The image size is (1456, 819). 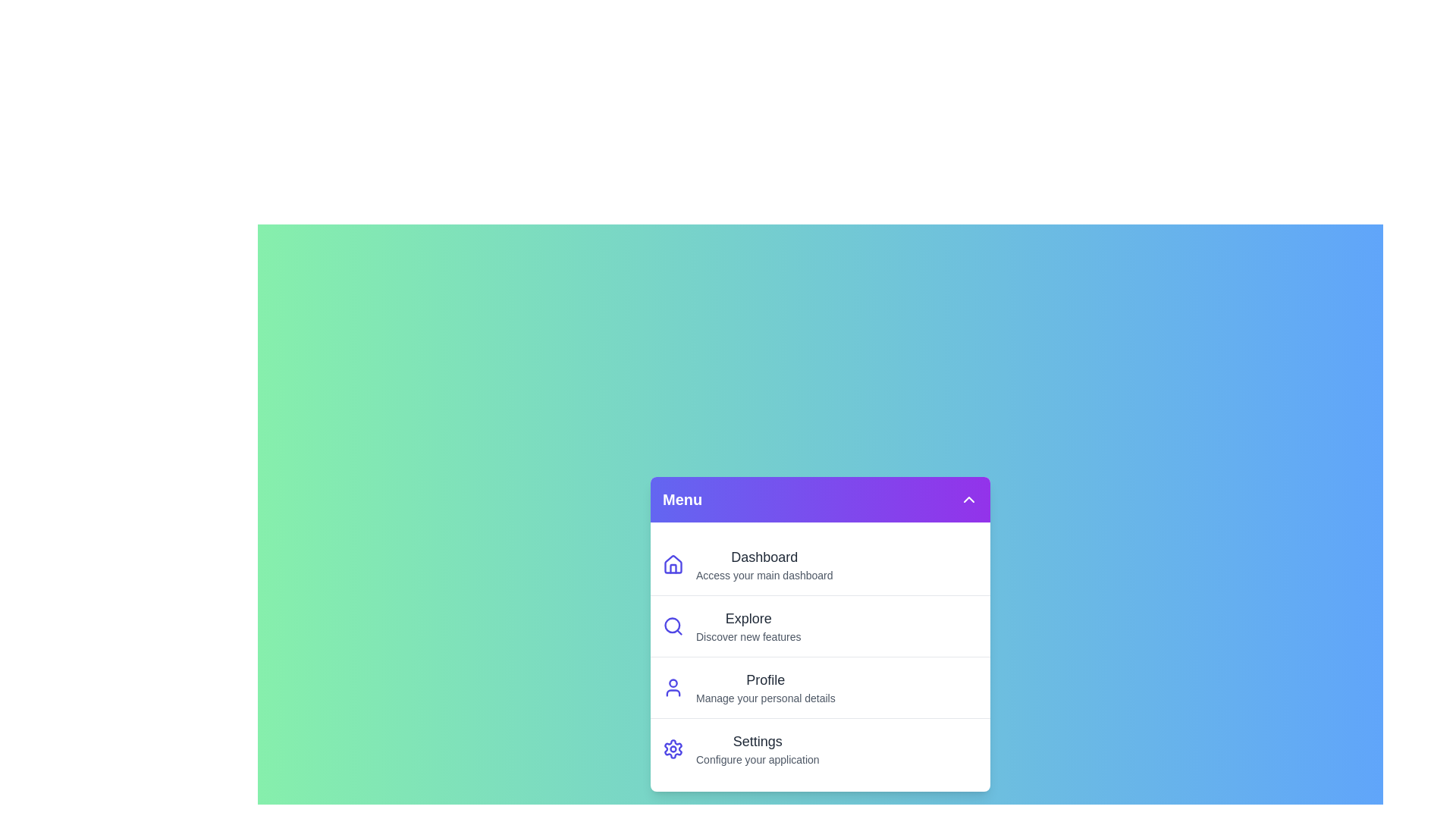 What do you see at coordinates (819, 687) in the screenshot?
I see `the menu item Profile to view its hover effect` at bounding box center [819, 687].